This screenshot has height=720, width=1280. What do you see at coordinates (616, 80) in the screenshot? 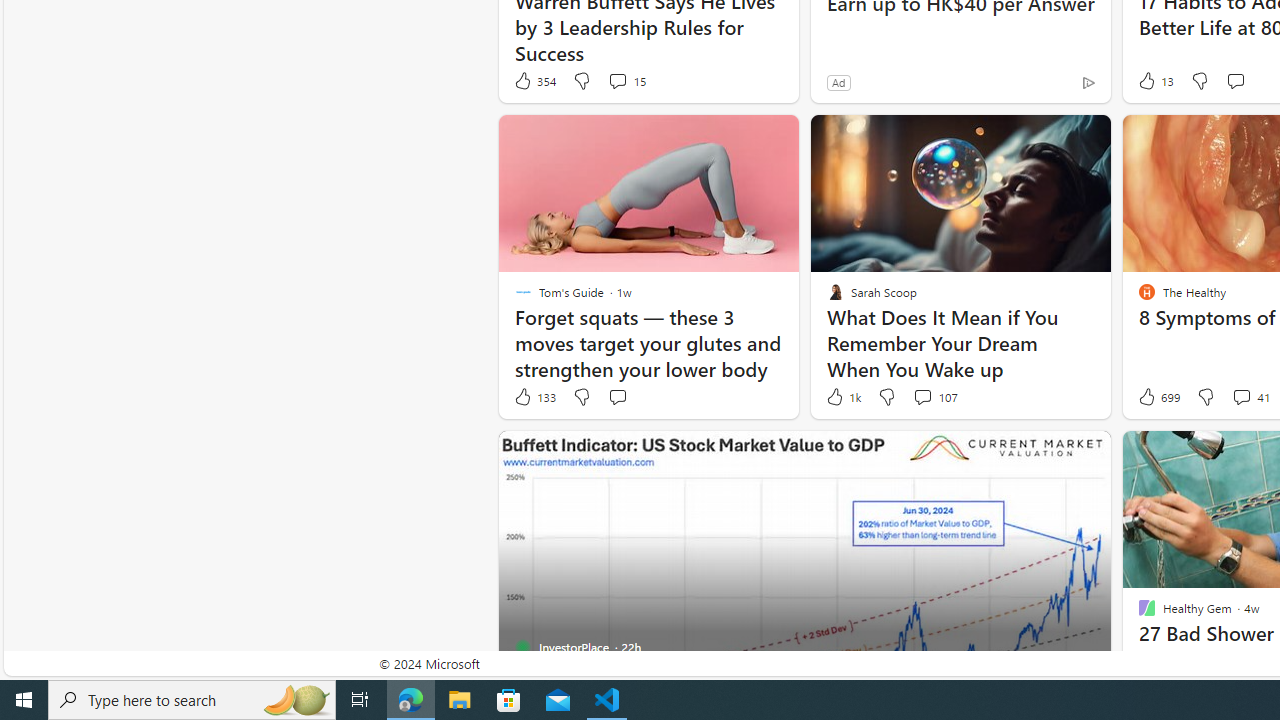
I see `'View comments 15 Comment'` at bounding box center [616, 80].